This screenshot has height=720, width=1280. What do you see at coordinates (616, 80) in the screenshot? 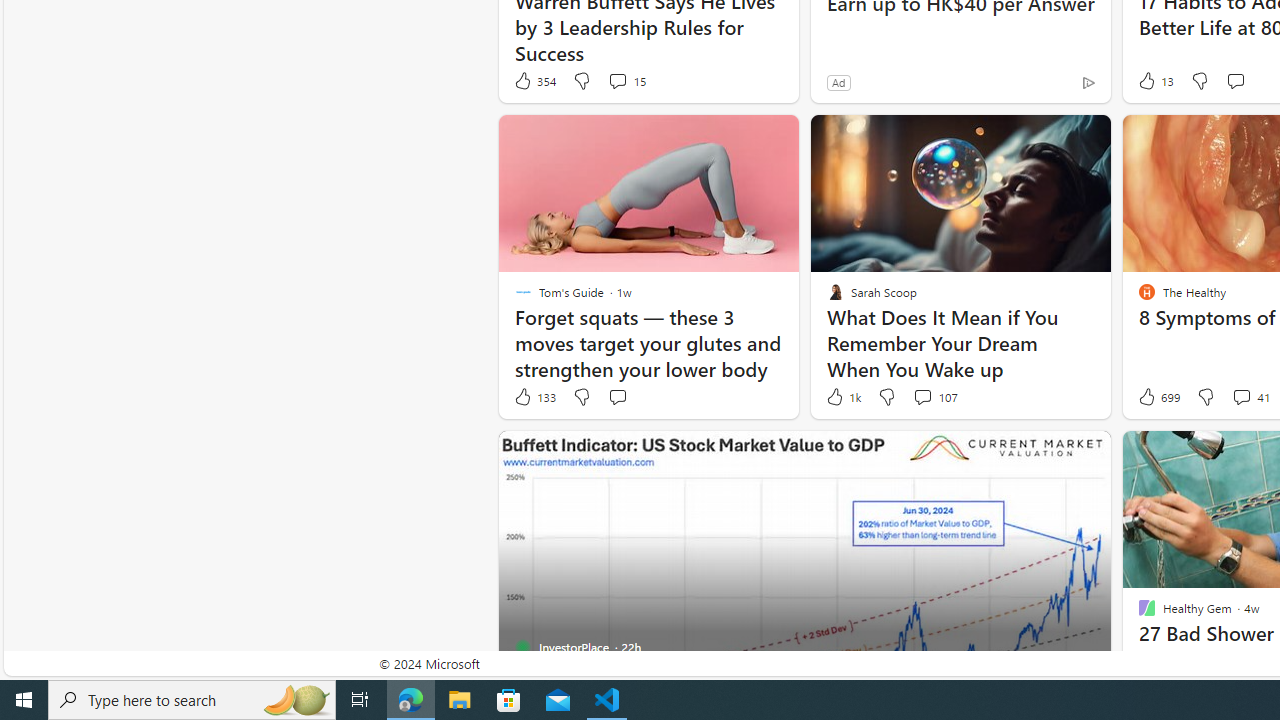
I see `'View comments 15 Comment'` at bounding box center [616, 80].